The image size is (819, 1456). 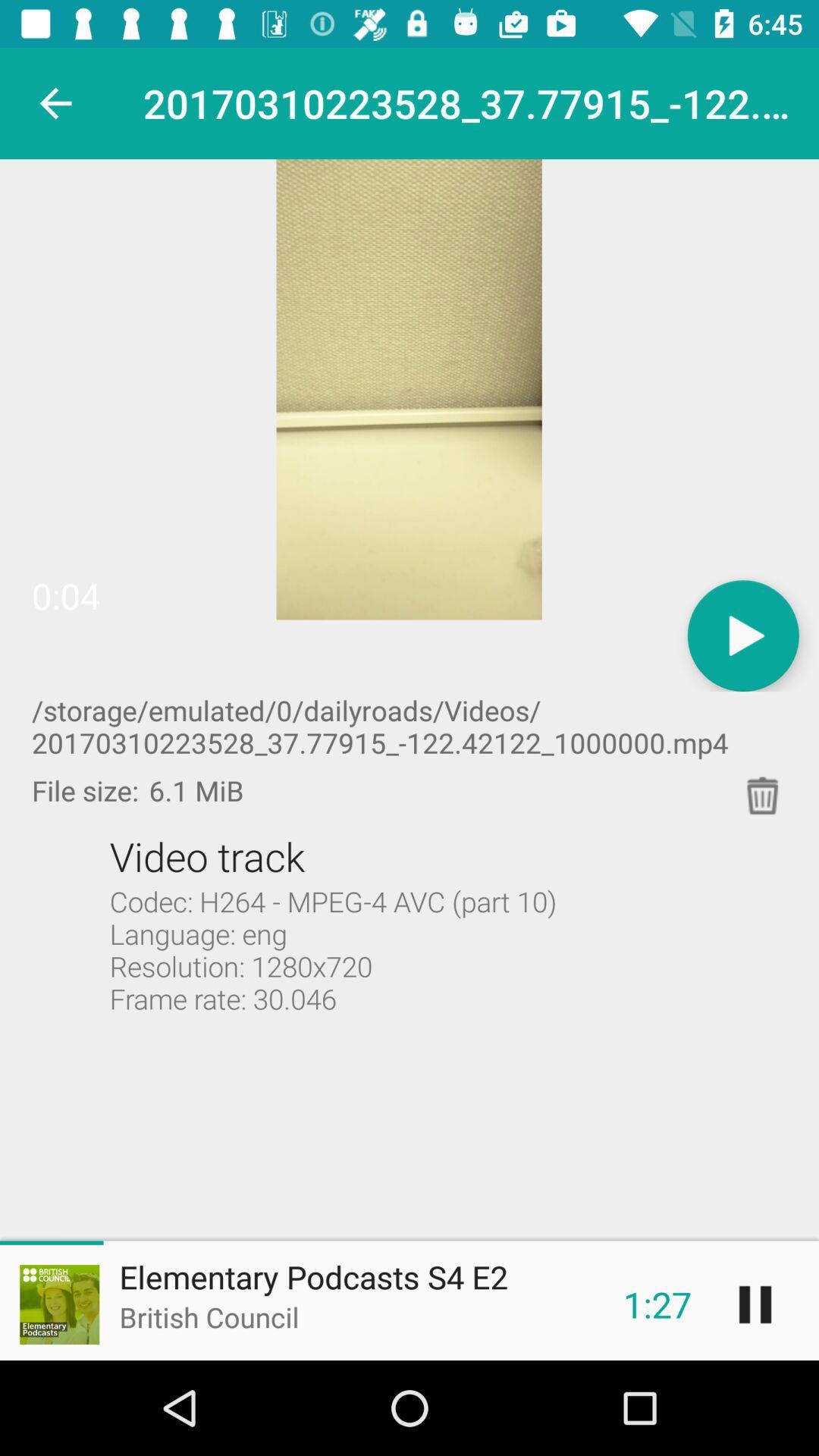 I want to click on the pause icon, so click(x=755, y=1304).